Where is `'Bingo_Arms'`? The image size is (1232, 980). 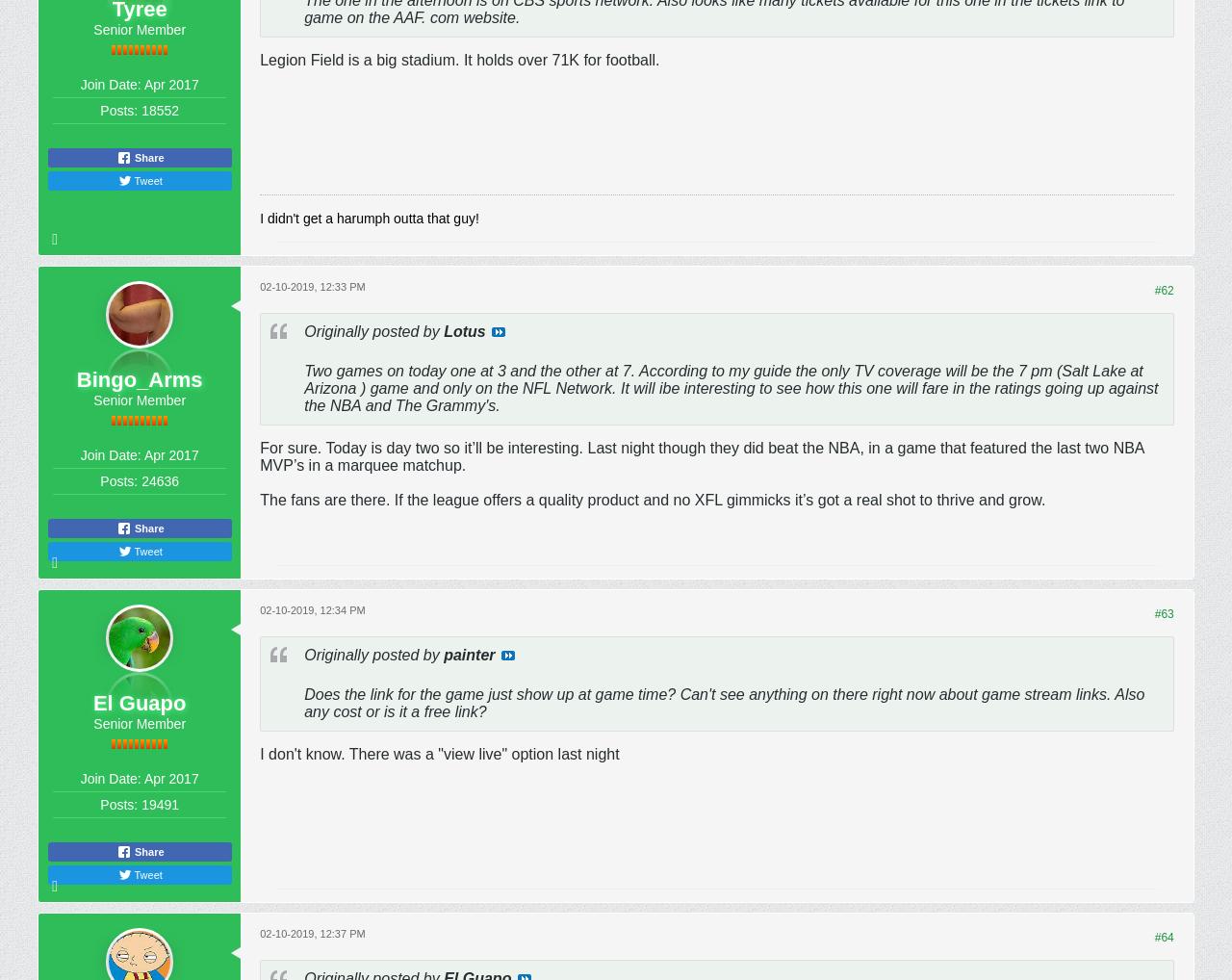
'Bingo_Arms' is located at coordinates (138, 378).